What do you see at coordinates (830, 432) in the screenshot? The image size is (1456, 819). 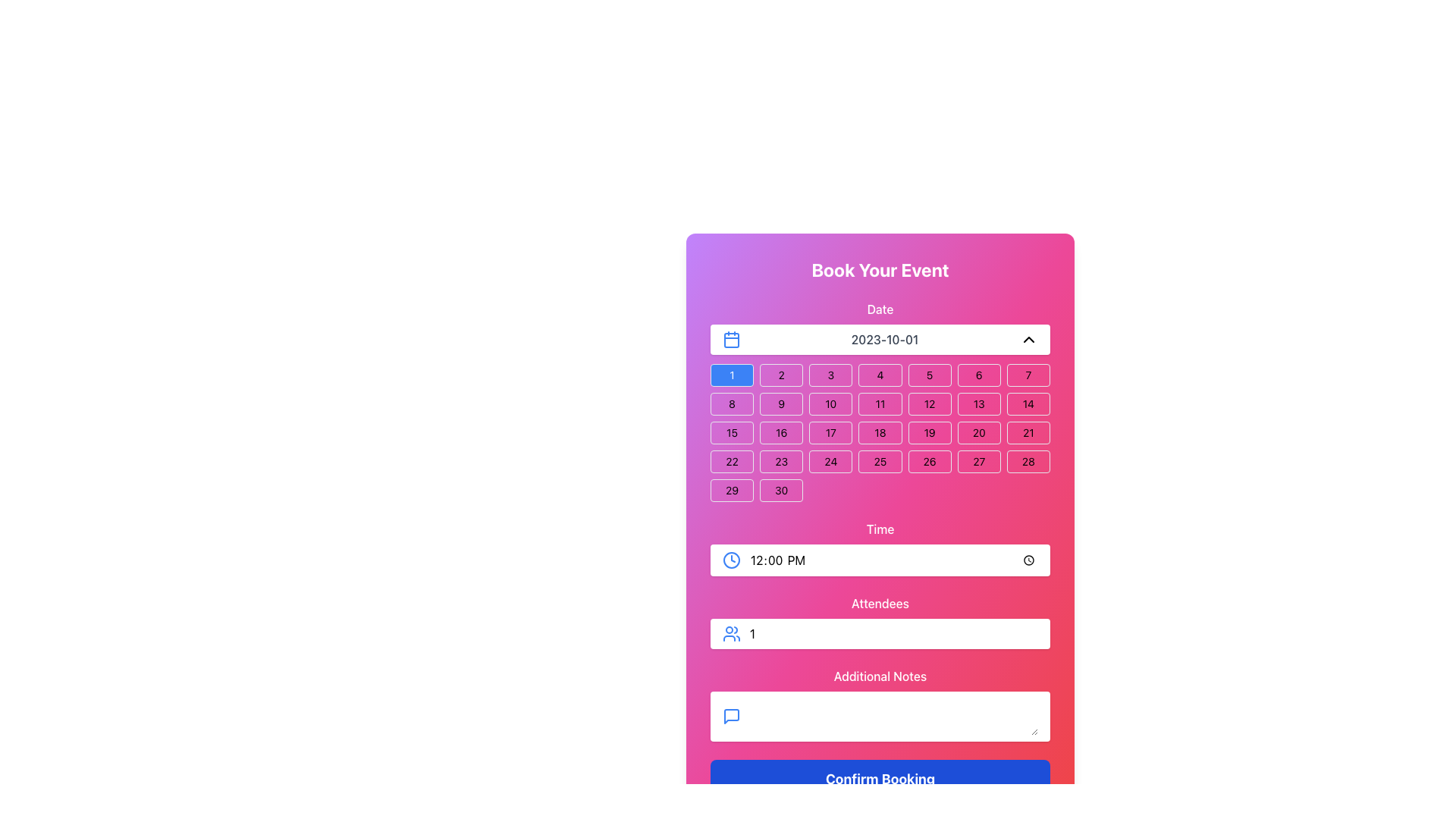 I see `the date selection button for the 17th day of the month located in the third row and third column of the calendar widget under the text 'Date'` at bounding box center [830, 432].